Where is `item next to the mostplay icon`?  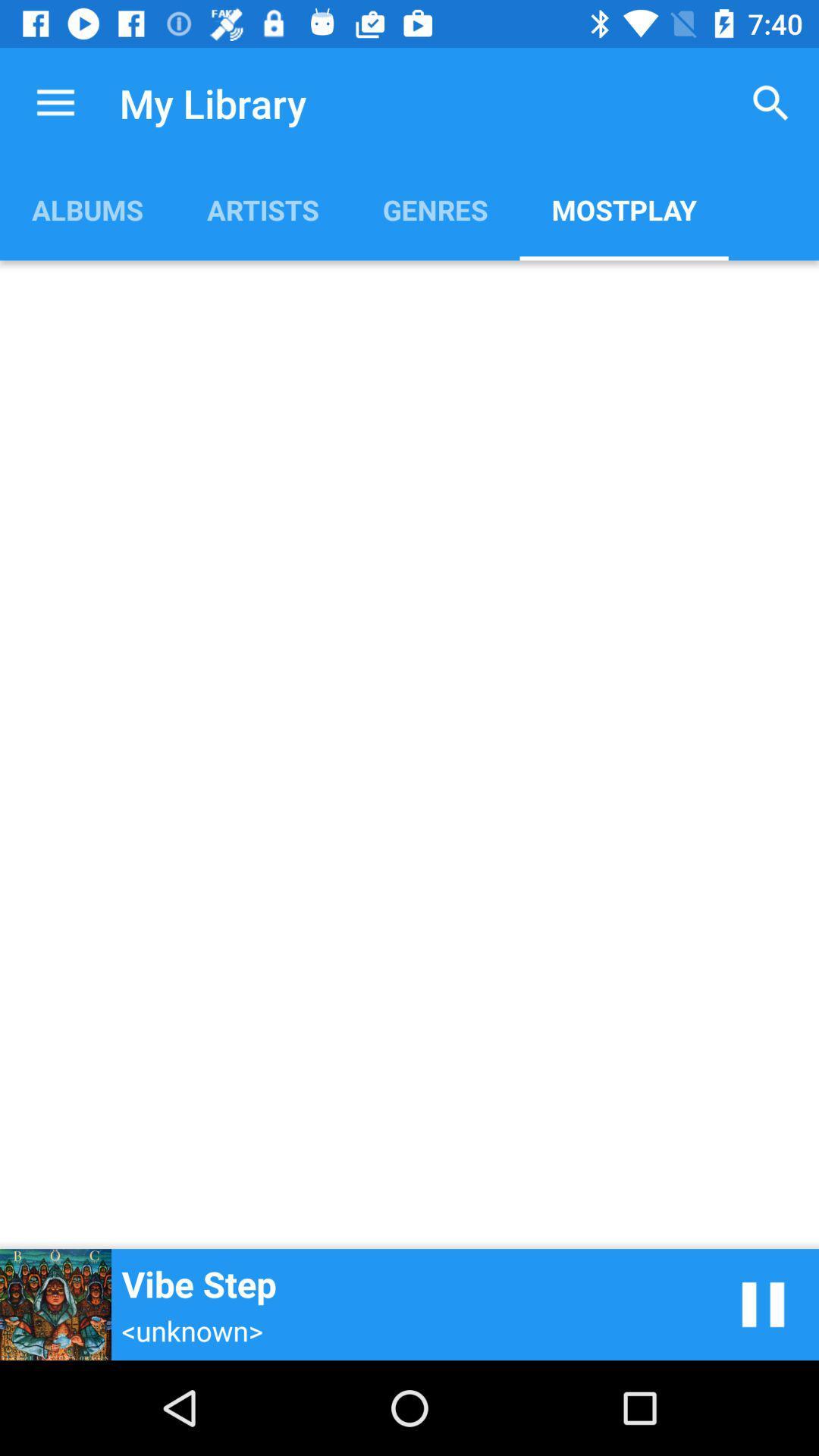
item next to the mostplay icon is located at coordinates (435, 209).